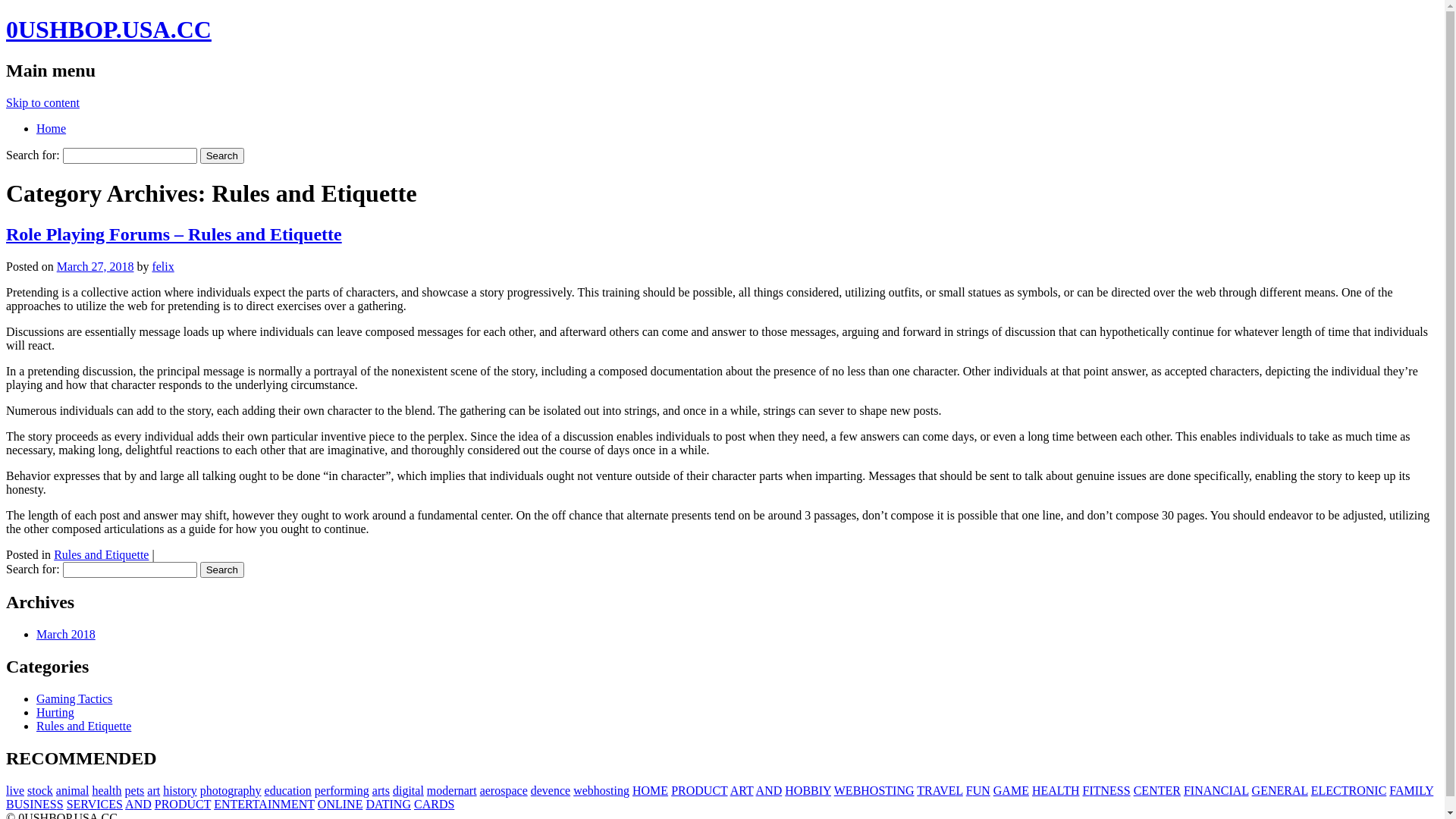 Image resolution: width=1456 pixels, height=819 pixels. Describe the element at coordinates (1256, 789) in the screenshot. I see `'G'` at that location.